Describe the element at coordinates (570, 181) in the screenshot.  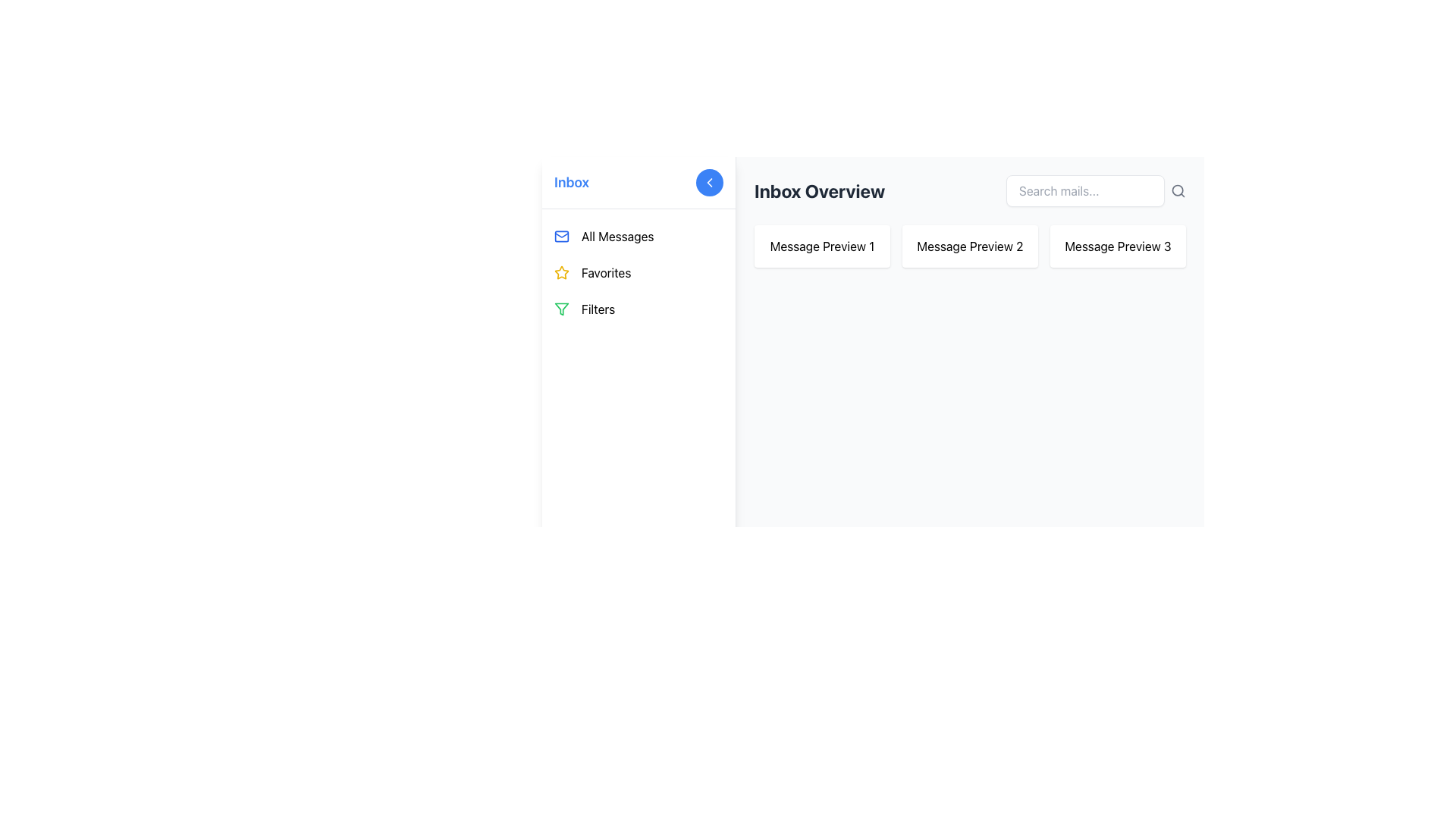
I see `the Text label that indicates the inbox section, positioned at the top of the left-hand panel before an interactive blue button with a rounded icon` at that location.